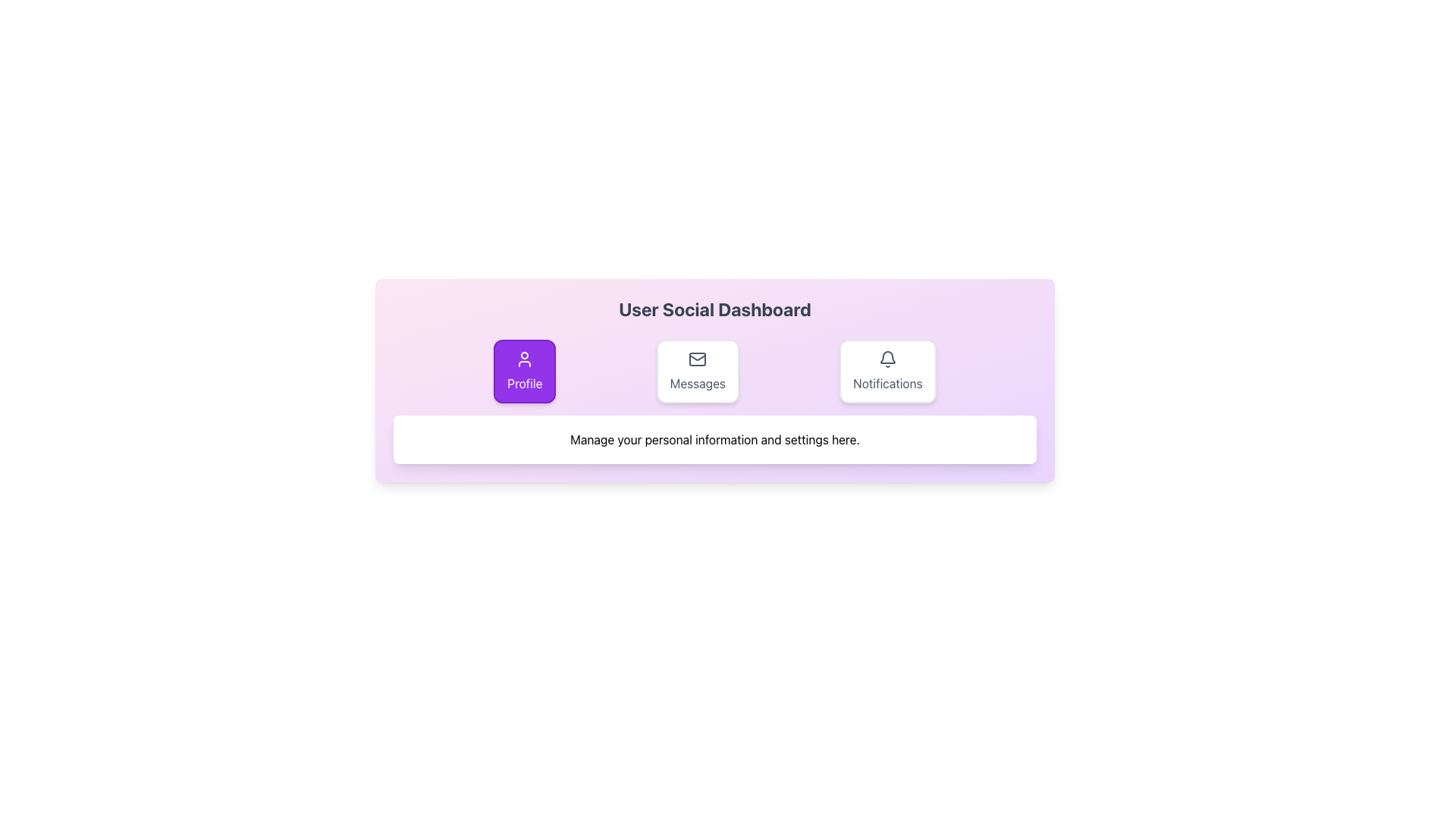 The width and height of the screenshot is (1456, 819). I want to click on the button labeled 'Messages' that is positioned between 'Profile' and 'Notifications', so click(697, 371).